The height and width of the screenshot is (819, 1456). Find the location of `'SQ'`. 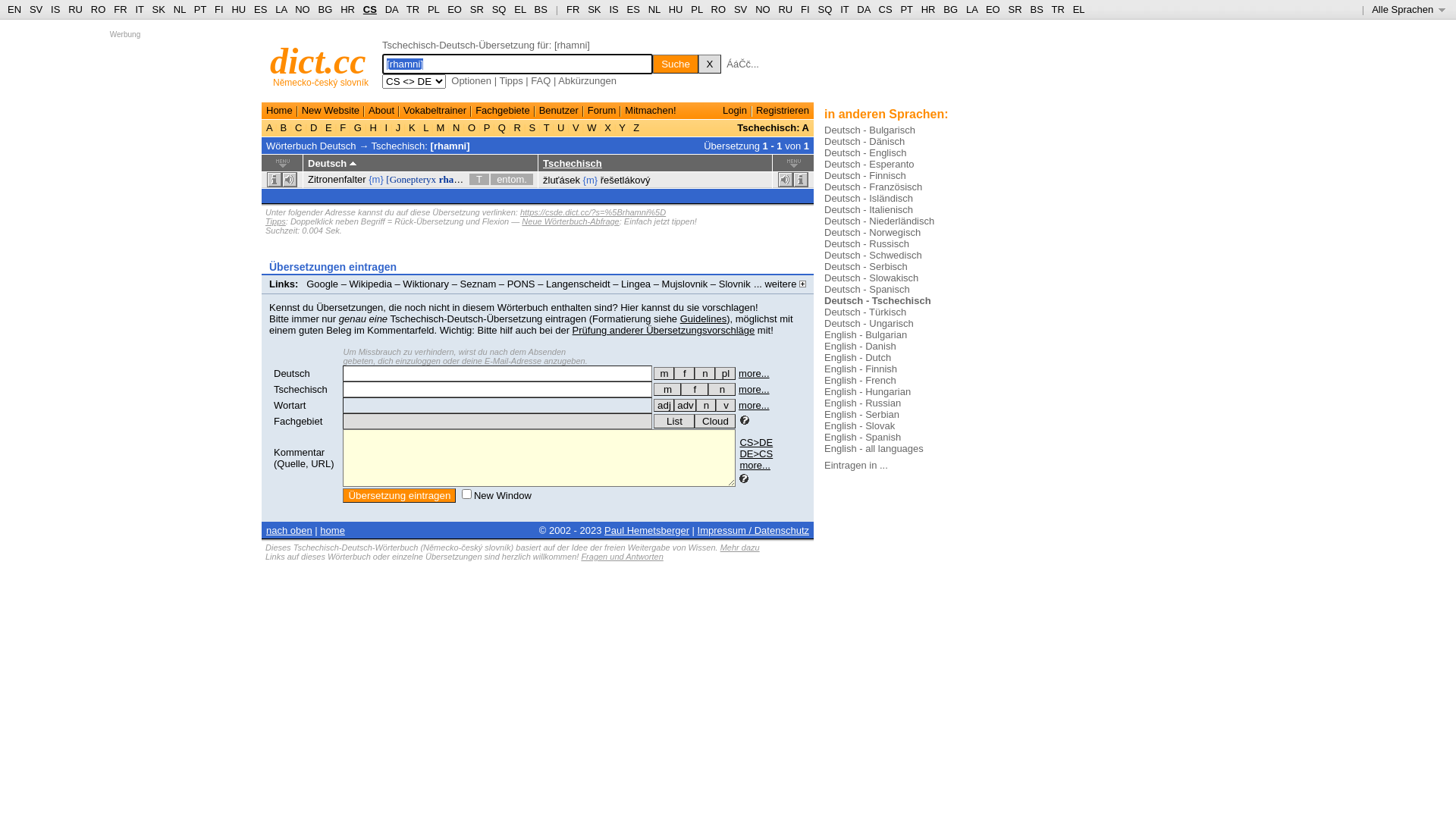

'SQ' is located at coordinates (499, 9).